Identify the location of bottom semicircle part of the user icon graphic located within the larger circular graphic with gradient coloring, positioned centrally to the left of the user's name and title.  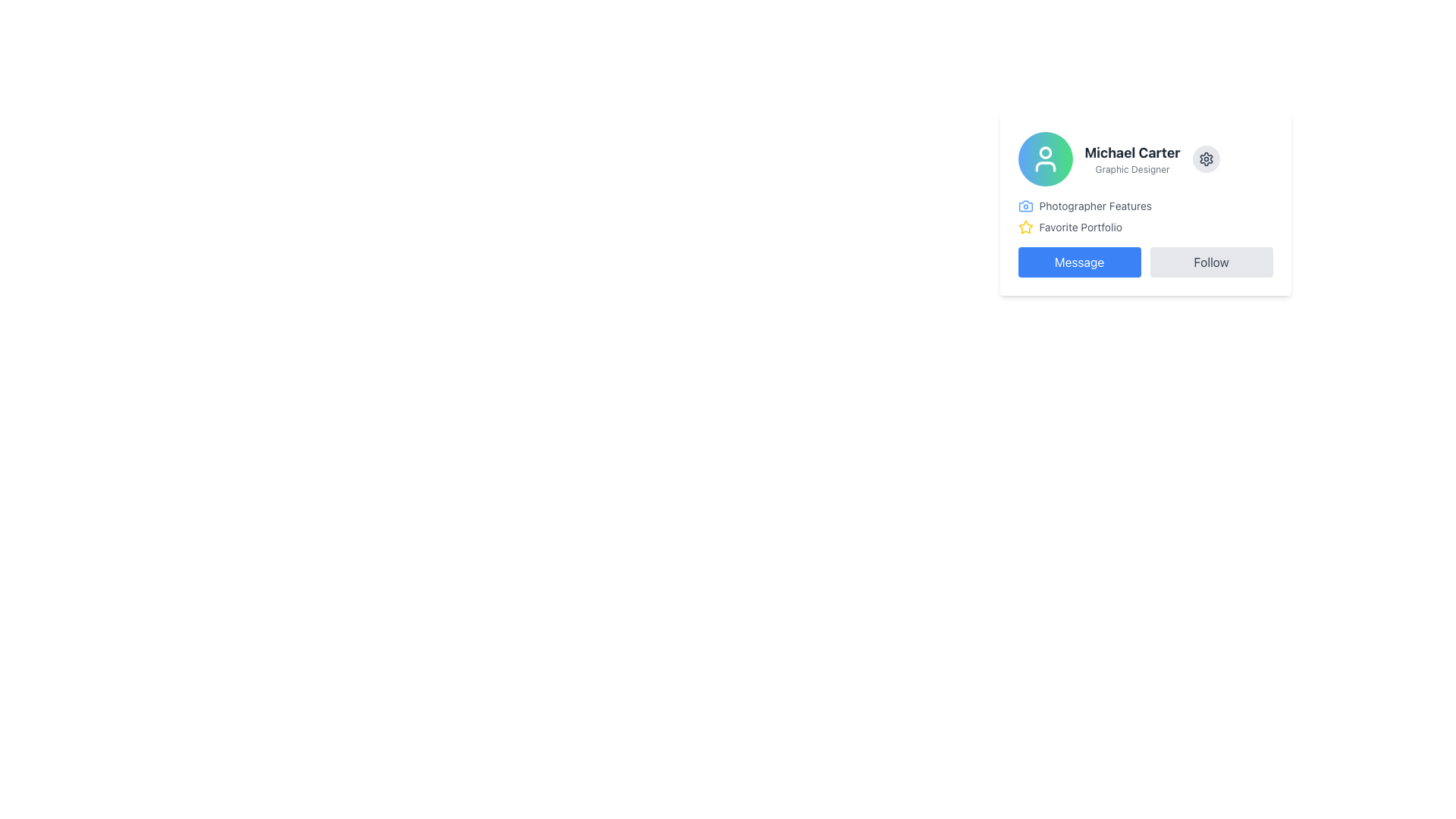
(1044, 166).